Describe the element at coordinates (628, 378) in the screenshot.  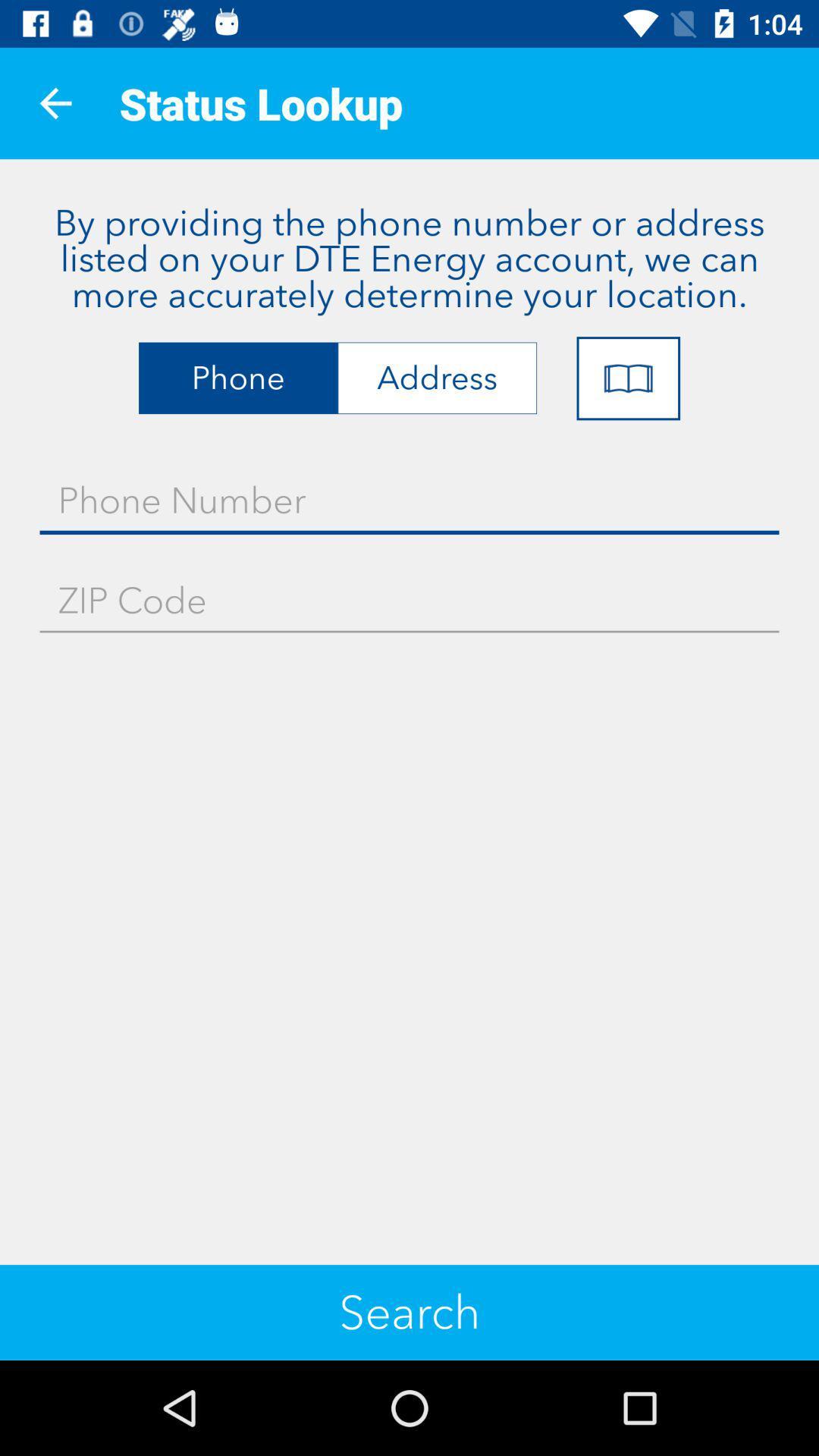
I see `the icon at the top right corner` at that location.